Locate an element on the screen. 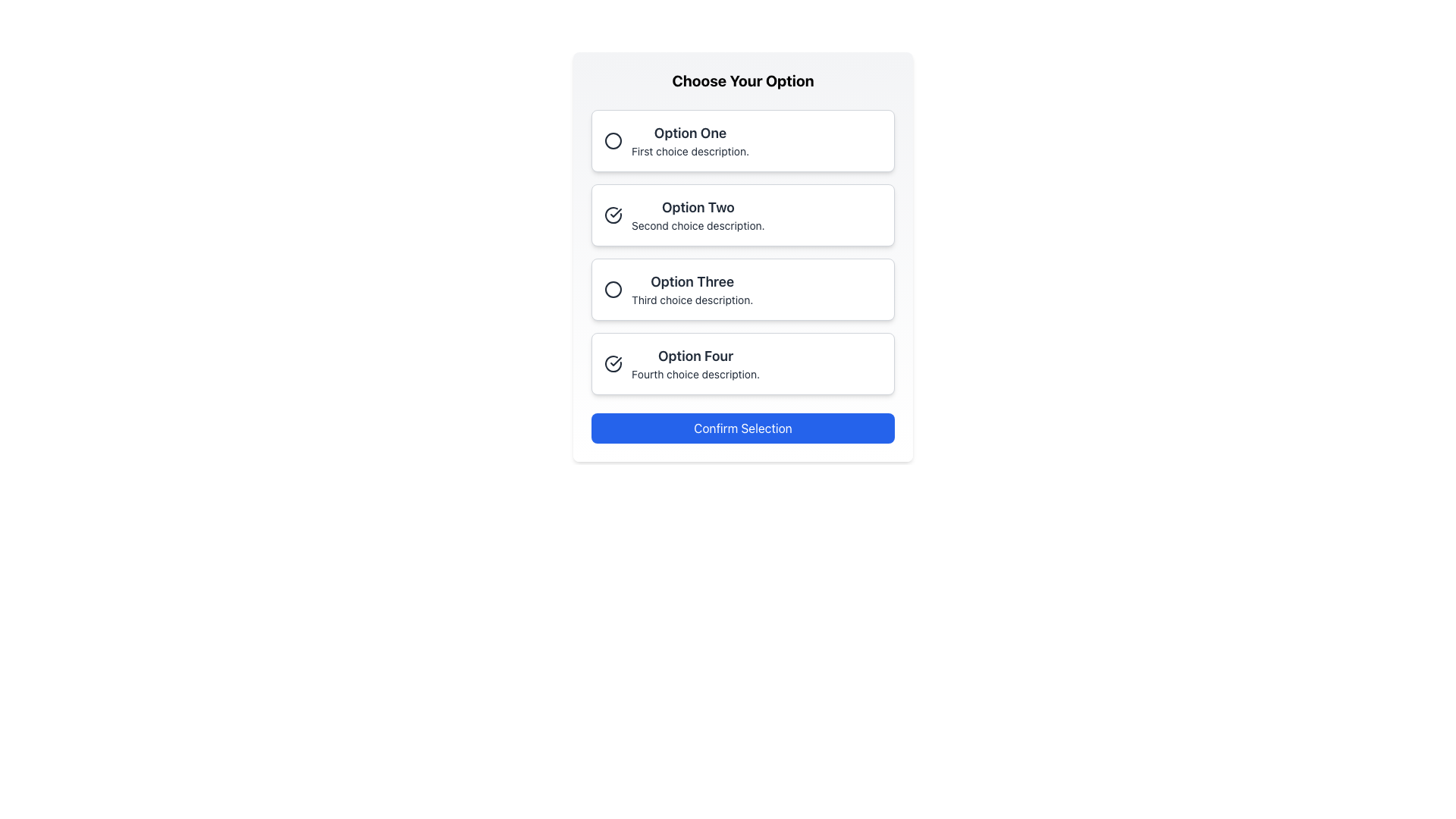 The width and height of the screenshot is (1456, 819). the text label reading 'Third choice description.' which is styled as a subtitle below the title 'Option Three' is located at coordinates (692, 300).